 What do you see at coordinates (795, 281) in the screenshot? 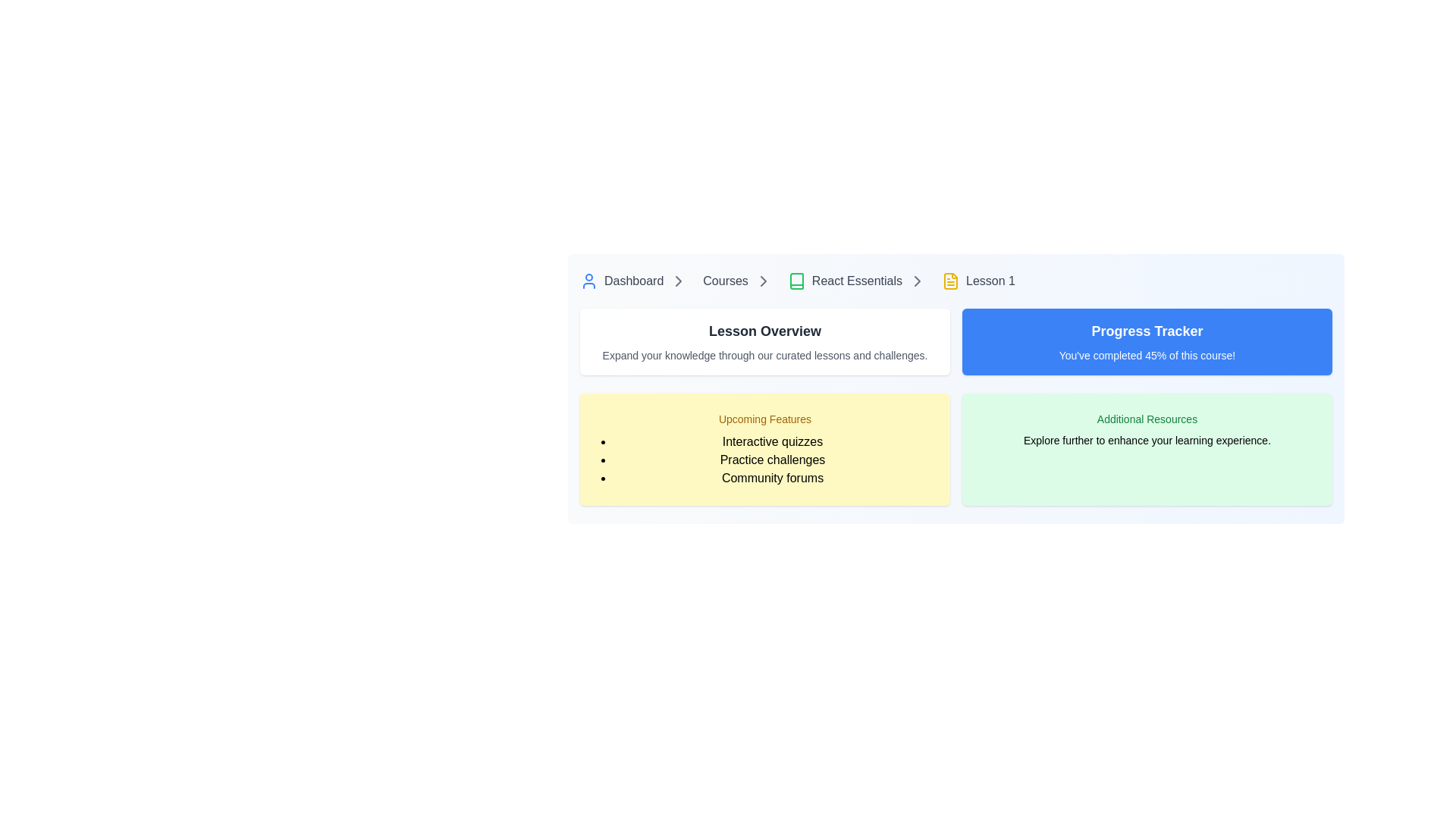
I see `the book icon representing the 'React Essentials' section in the breadcrumb navigation located between the 'Courses' label and the 'React Essentials' label` at bounding box center [795, 281].